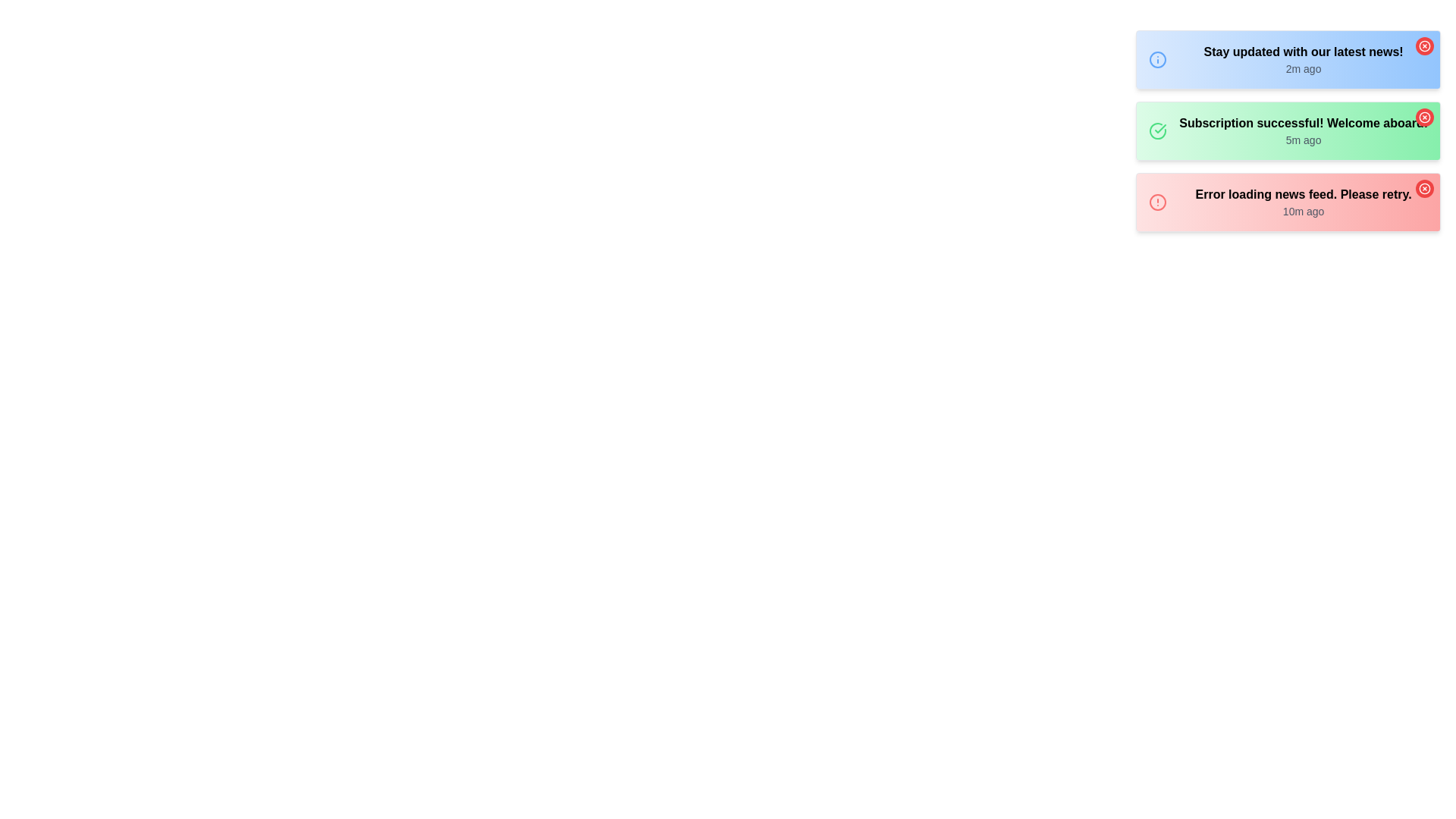 This screenshot has height=819, width=1456. I want to click on the central circular component of the dismissal icon within the green notification entry, so click(1423, 116).